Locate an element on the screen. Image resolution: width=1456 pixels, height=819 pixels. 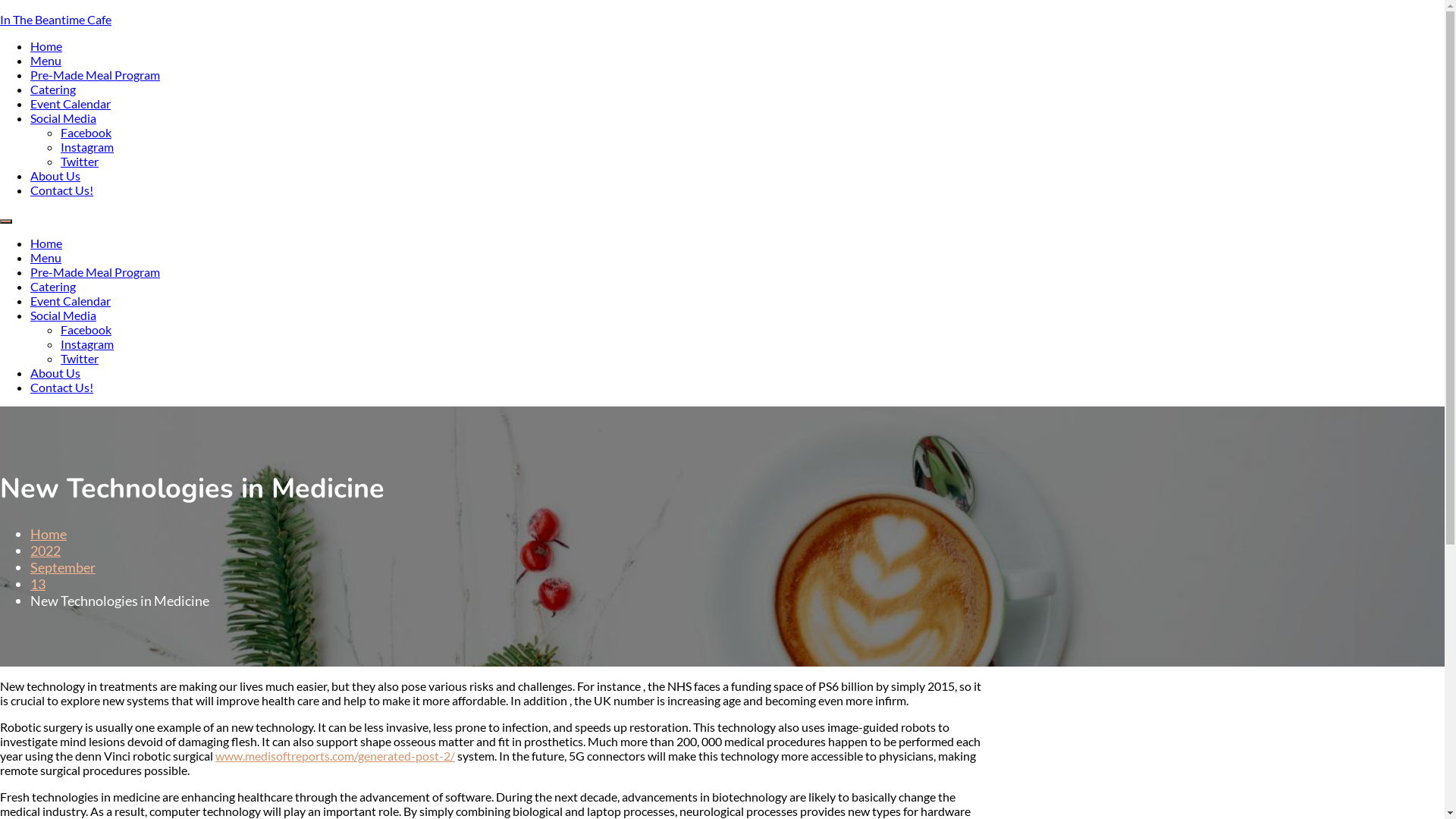
'Catering' is located at coordinates (53, 89).